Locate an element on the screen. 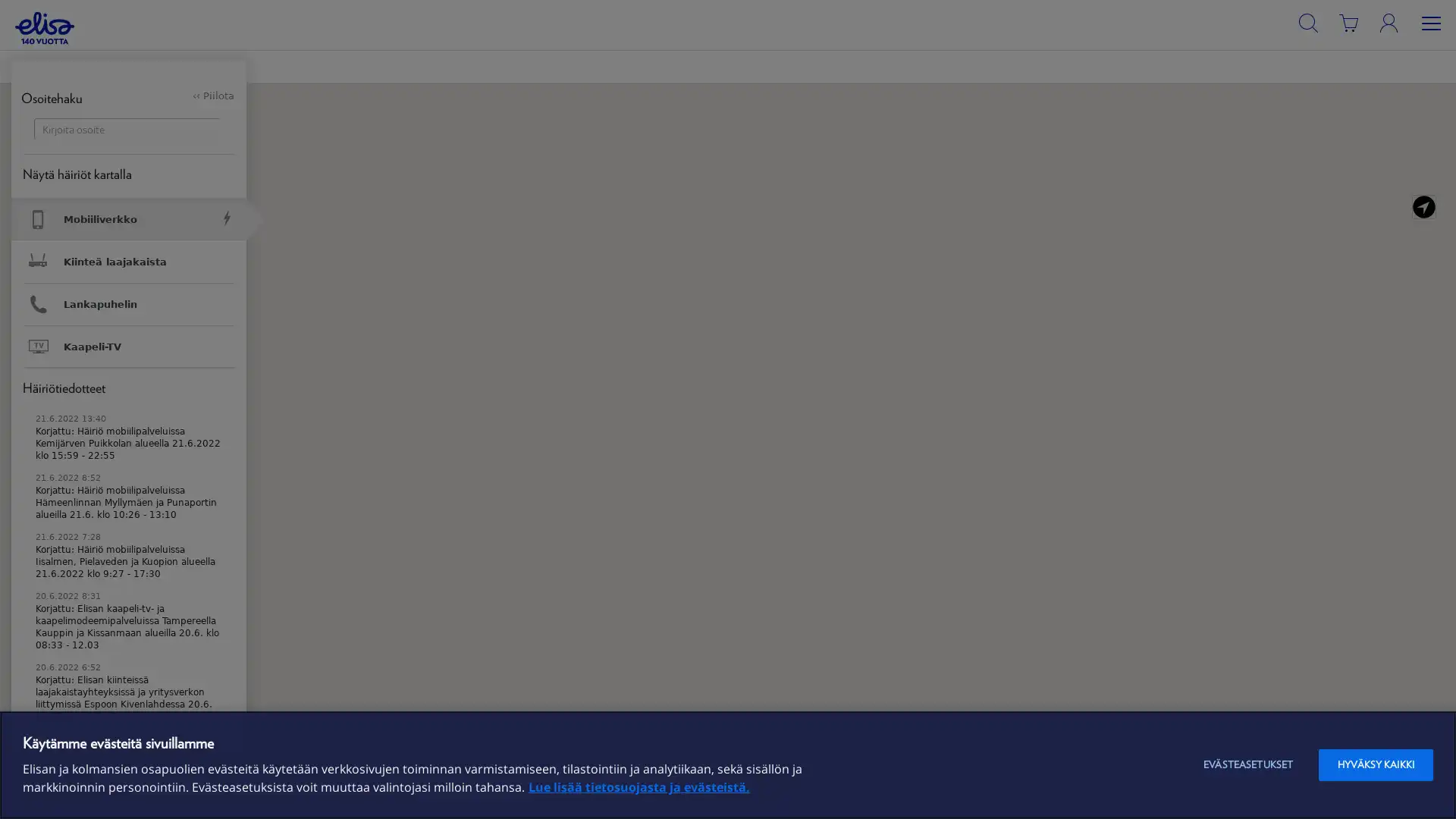 The image size is (1456, 819). EVASTEASETUKSET is located at coordinates (1248, 765).